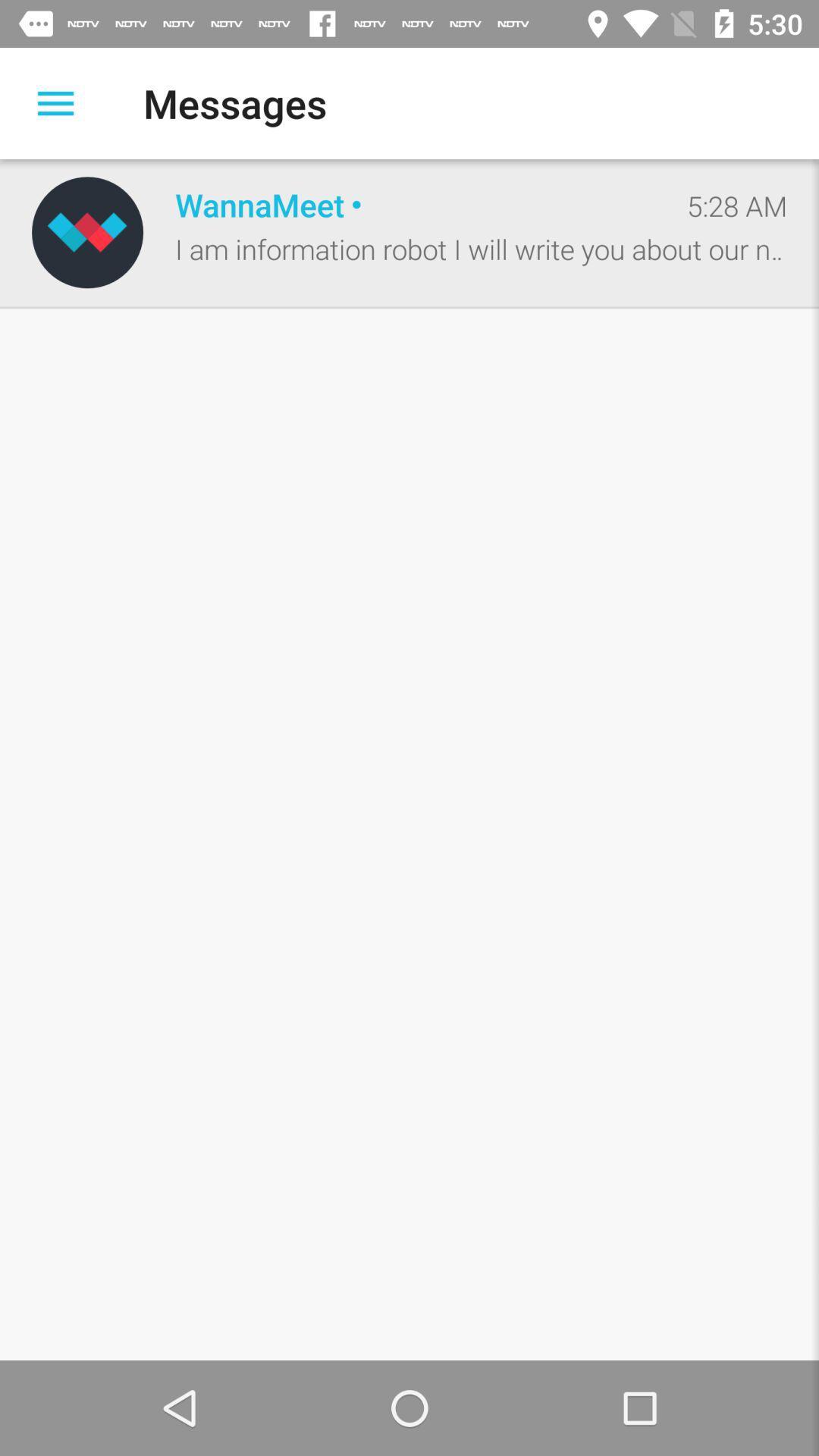 This screenshot has height=1456, width=819. I want to click on the icon to the right of wannameet, so click(736, 205).